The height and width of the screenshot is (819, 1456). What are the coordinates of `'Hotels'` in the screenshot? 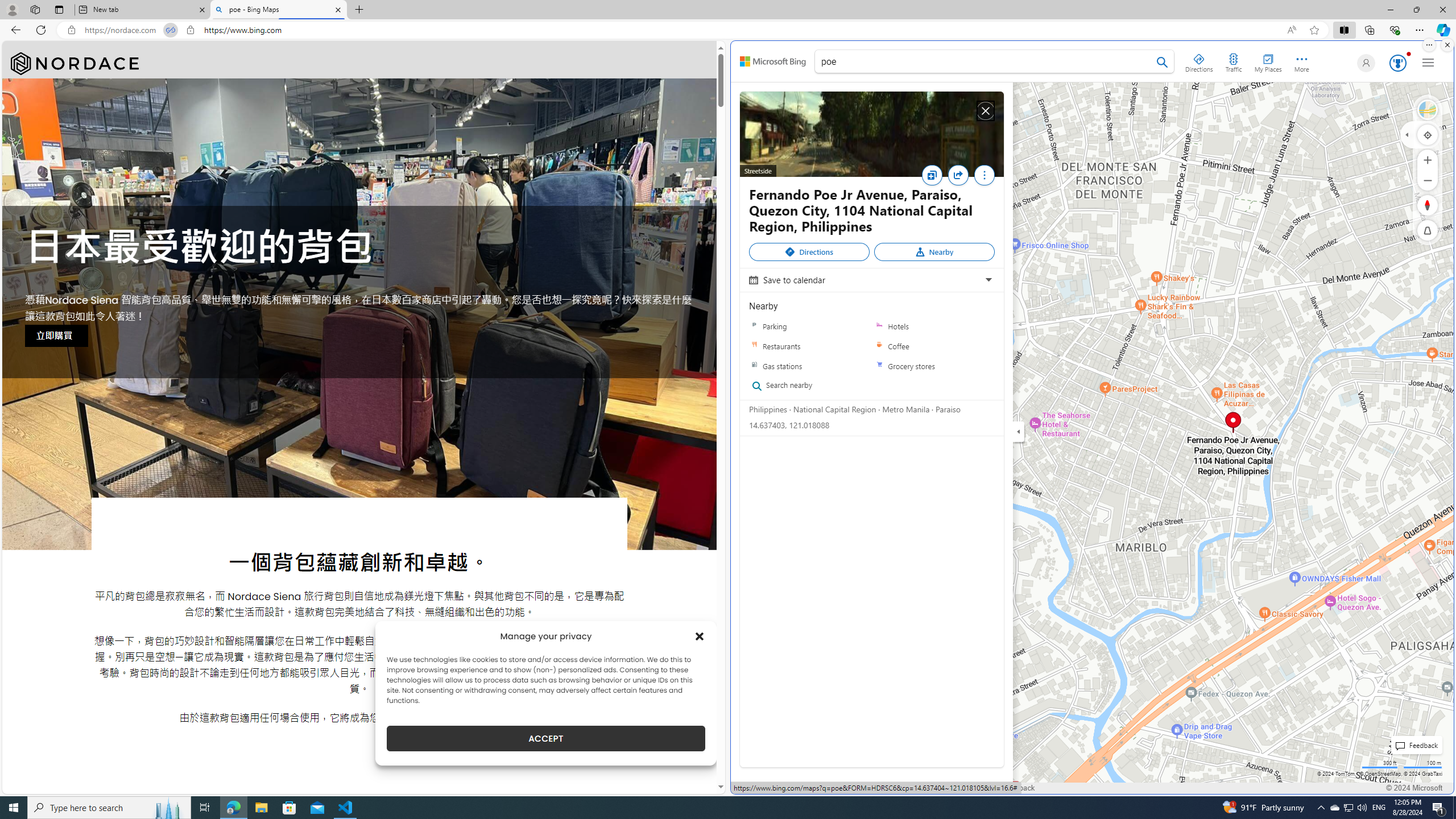 It's located at (934, 325).